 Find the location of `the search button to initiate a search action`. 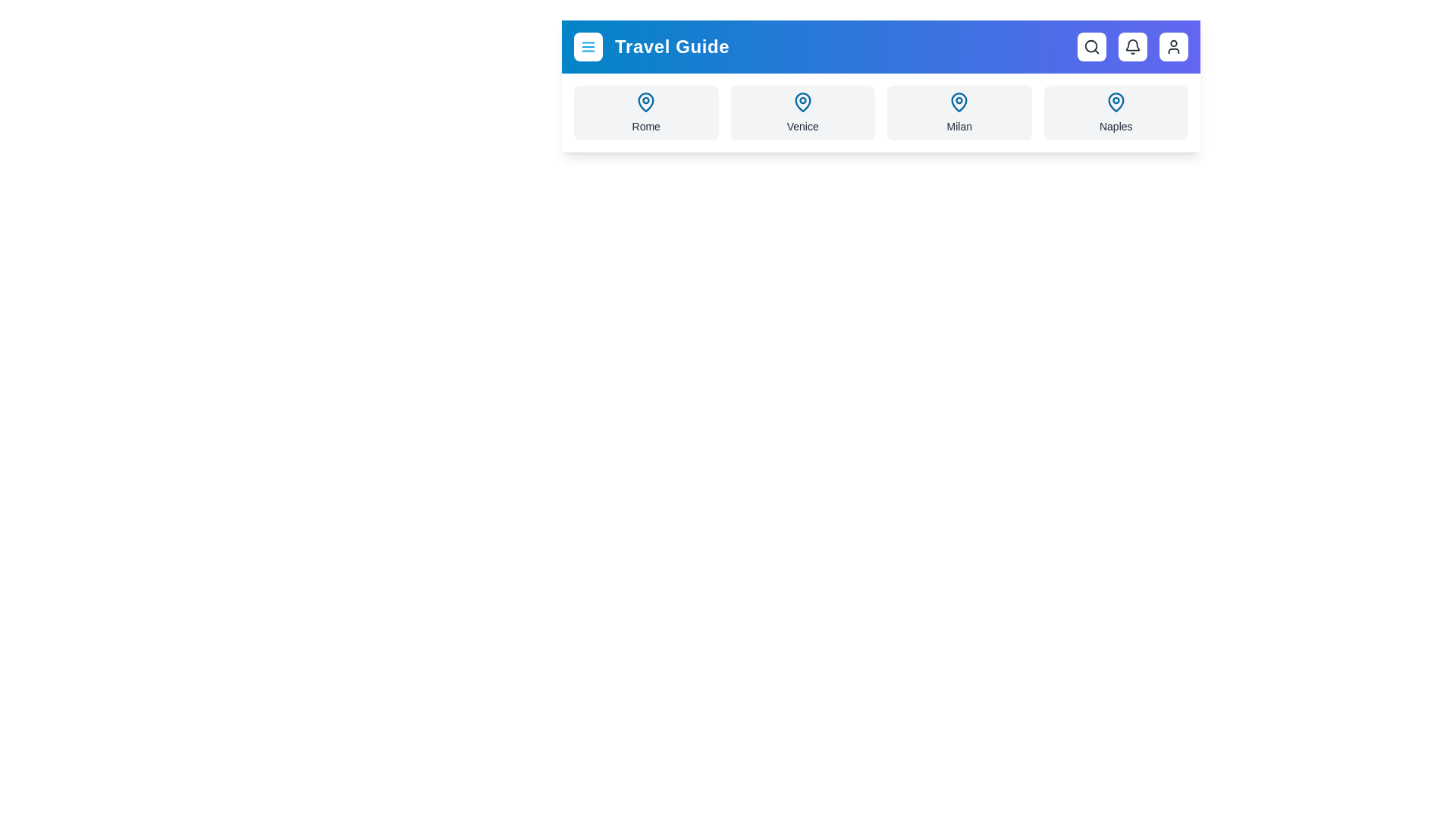

the search button to initiate a search action is located at coordinates (1092, 45).